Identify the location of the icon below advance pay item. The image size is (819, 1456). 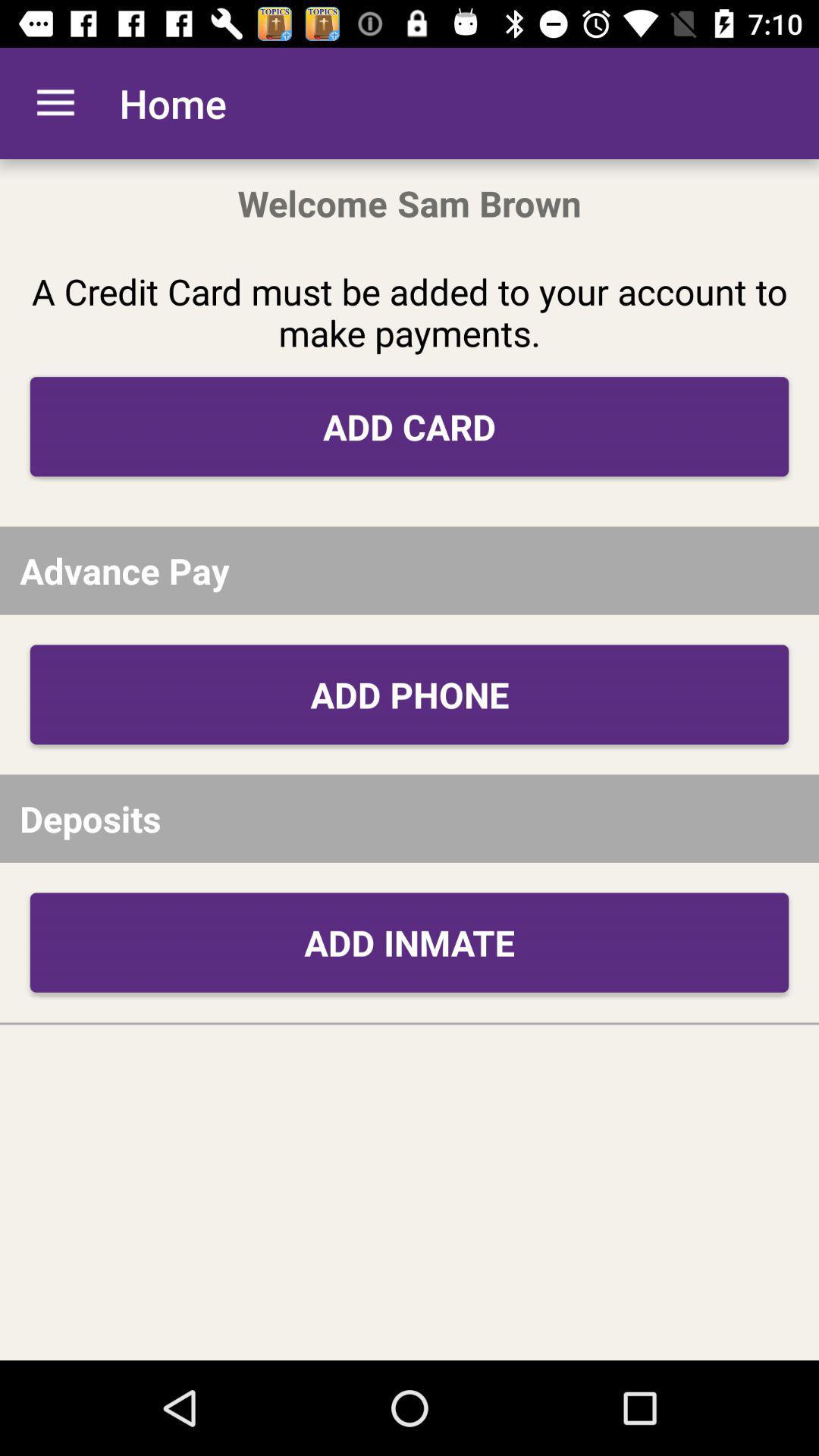
(409, 694).